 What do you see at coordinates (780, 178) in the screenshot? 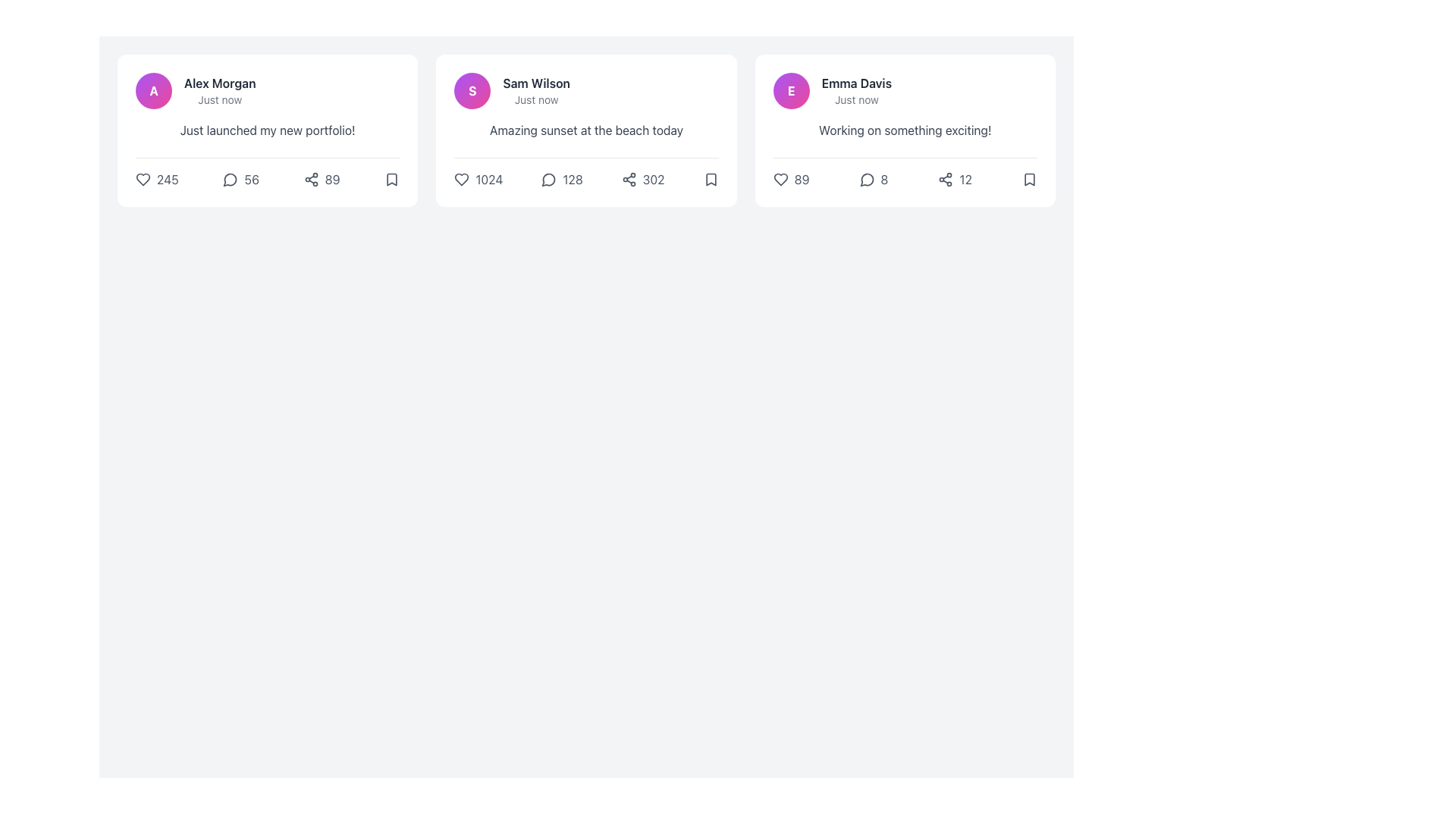
I see `the heart icon in the interaction row of Emma Davis's card` at bounding box center [780, 178].